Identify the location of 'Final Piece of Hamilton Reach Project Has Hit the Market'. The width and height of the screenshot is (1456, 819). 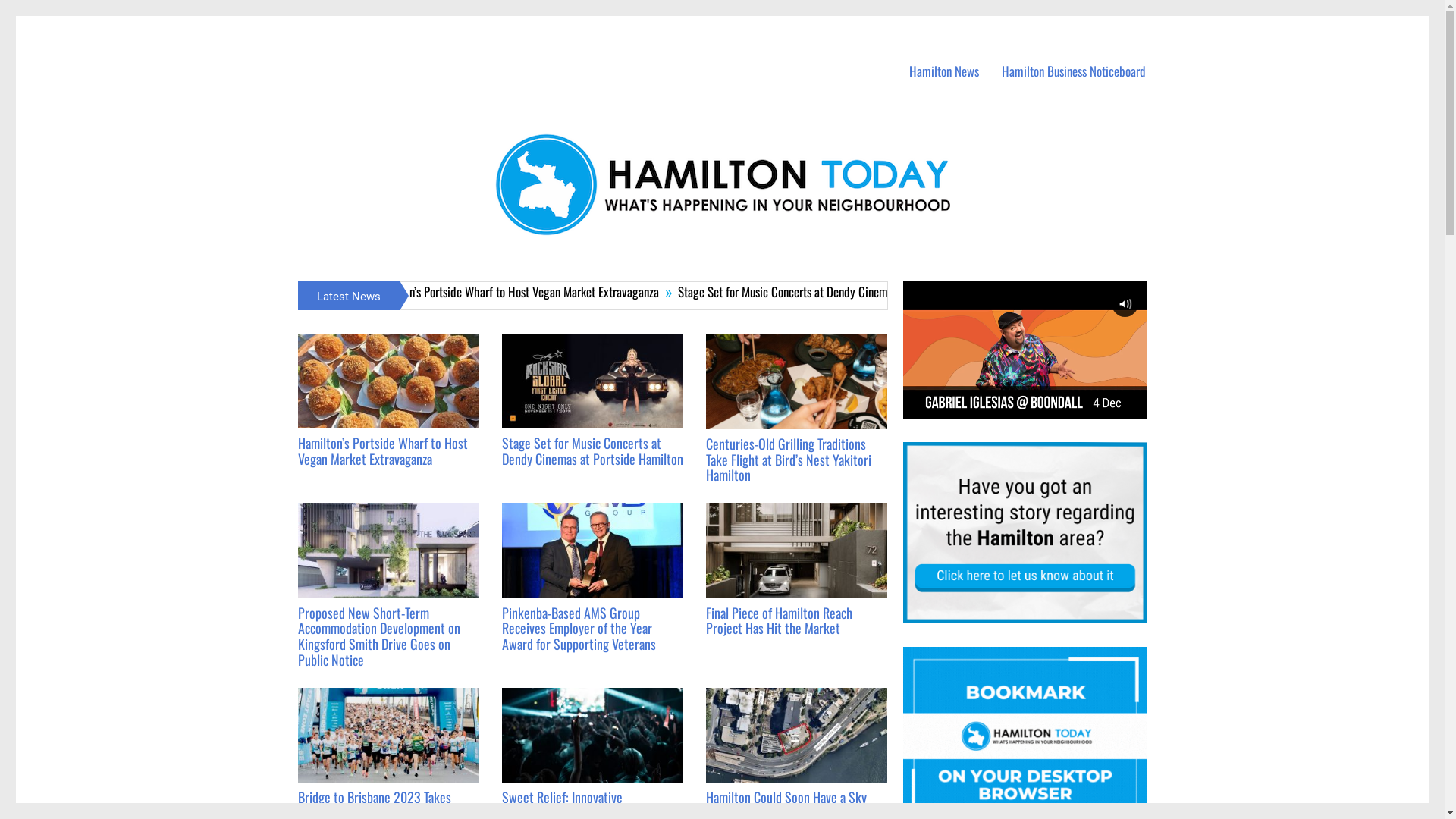
(779, 620).